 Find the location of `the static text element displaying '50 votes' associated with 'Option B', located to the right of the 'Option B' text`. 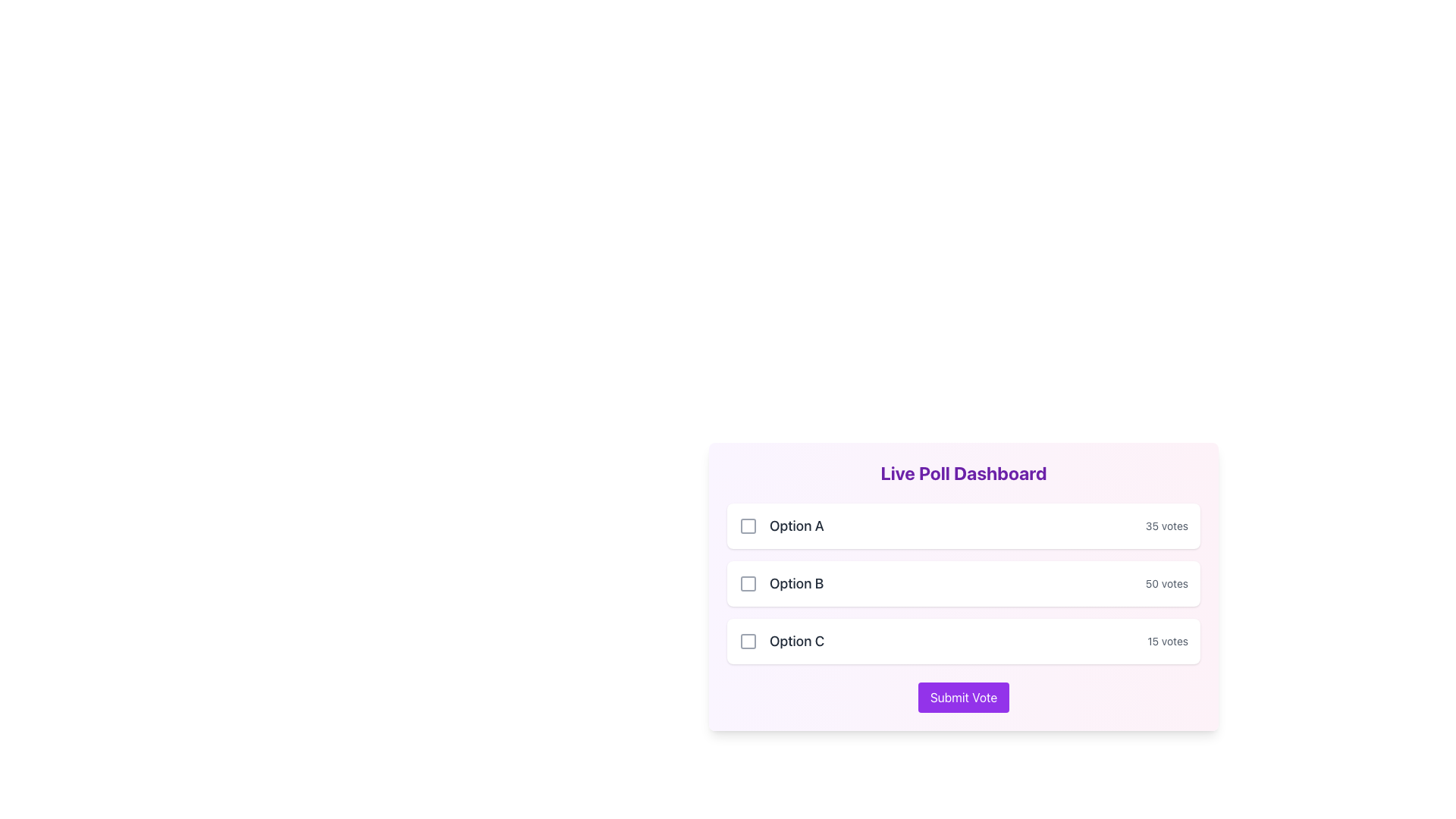

the static text element displaying '50 votes' associated with 'Option B', located to the right of the 'Option B' text is located at coordinates (1166, 583).